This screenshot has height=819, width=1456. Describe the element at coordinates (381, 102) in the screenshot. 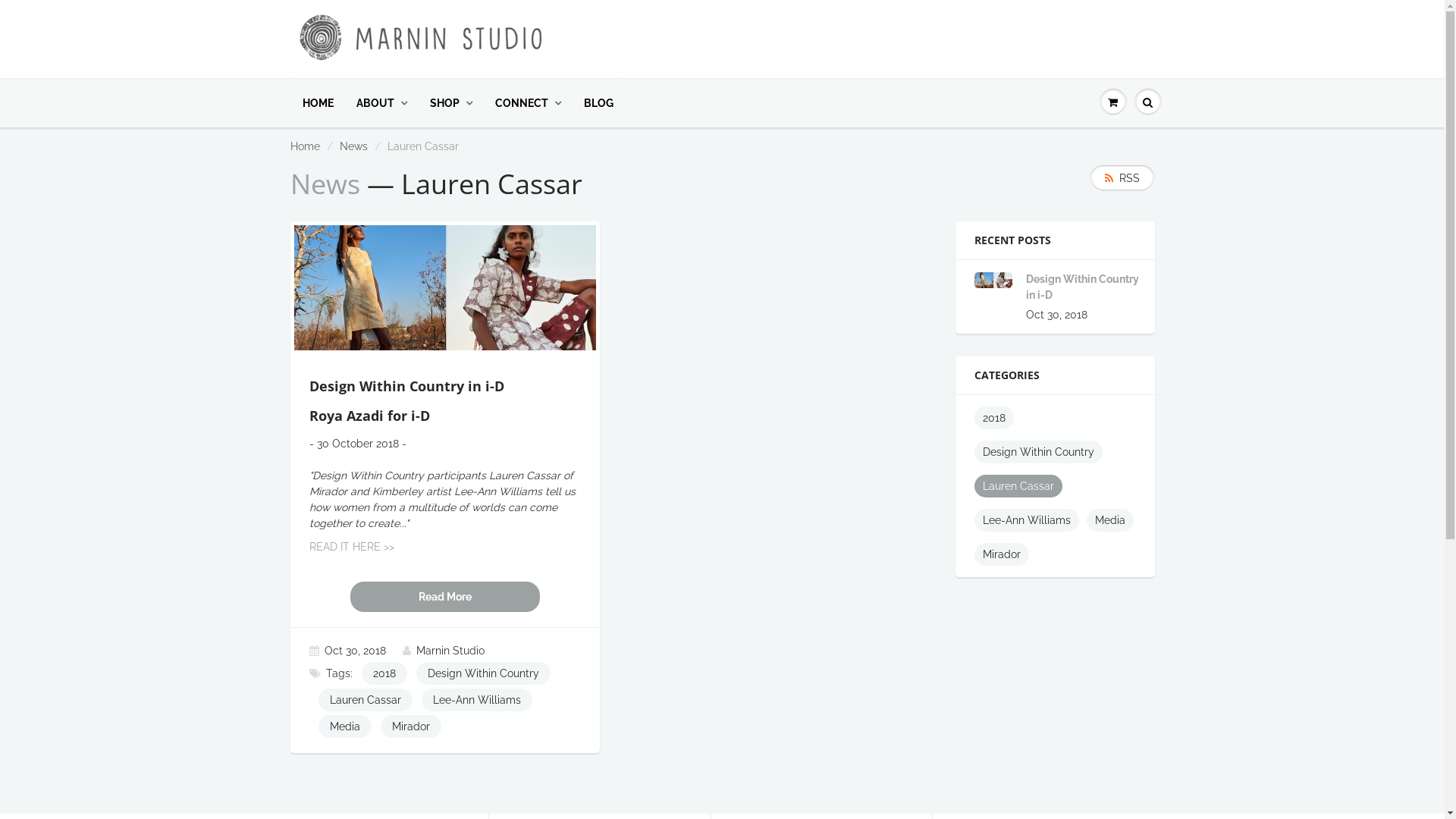

I see `'ABOUT'` at that location.